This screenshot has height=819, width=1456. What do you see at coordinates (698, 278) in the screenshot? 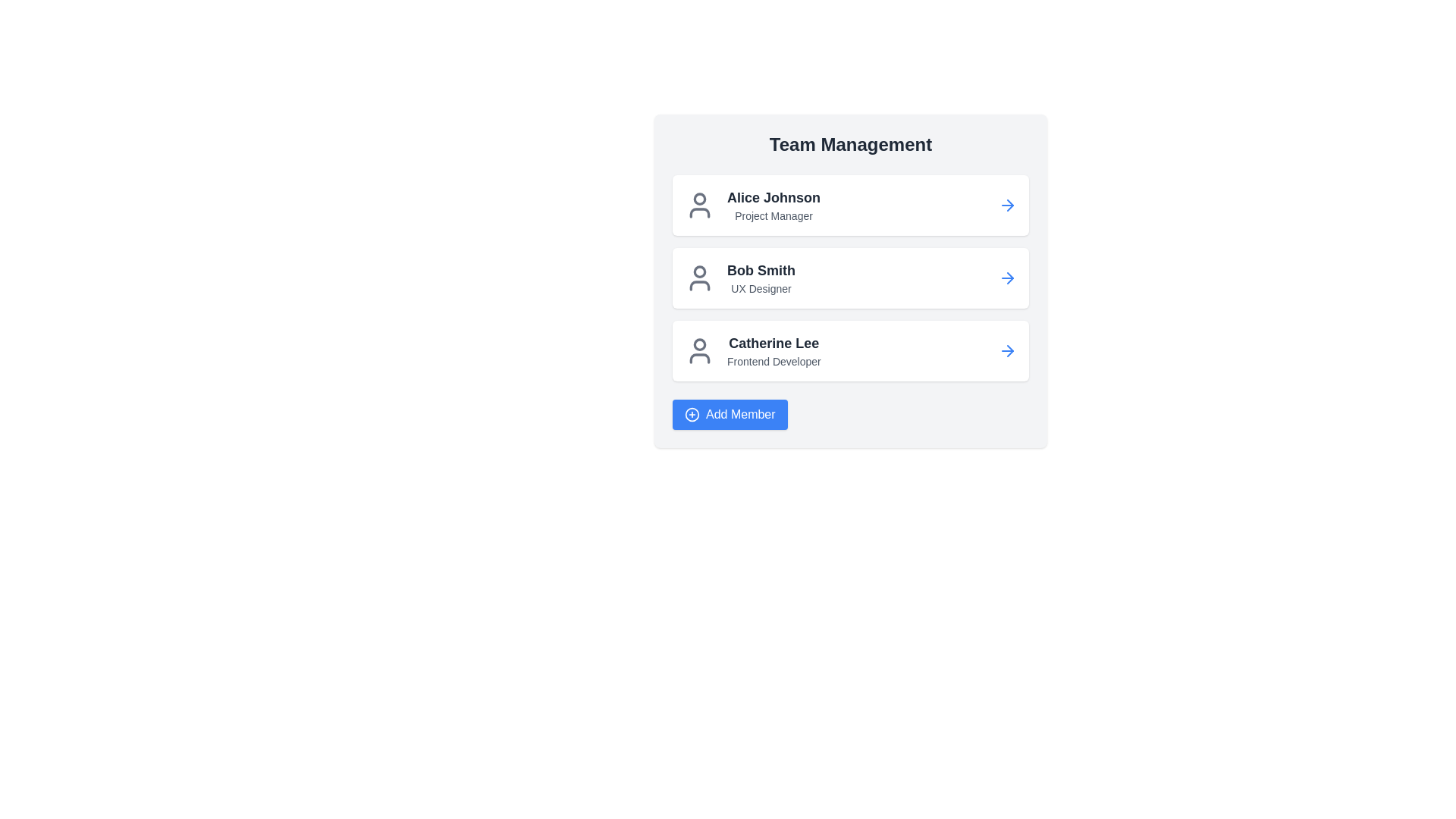
I see `the user icon representing 'Bob Smith'` at bounding box center [698, 278].